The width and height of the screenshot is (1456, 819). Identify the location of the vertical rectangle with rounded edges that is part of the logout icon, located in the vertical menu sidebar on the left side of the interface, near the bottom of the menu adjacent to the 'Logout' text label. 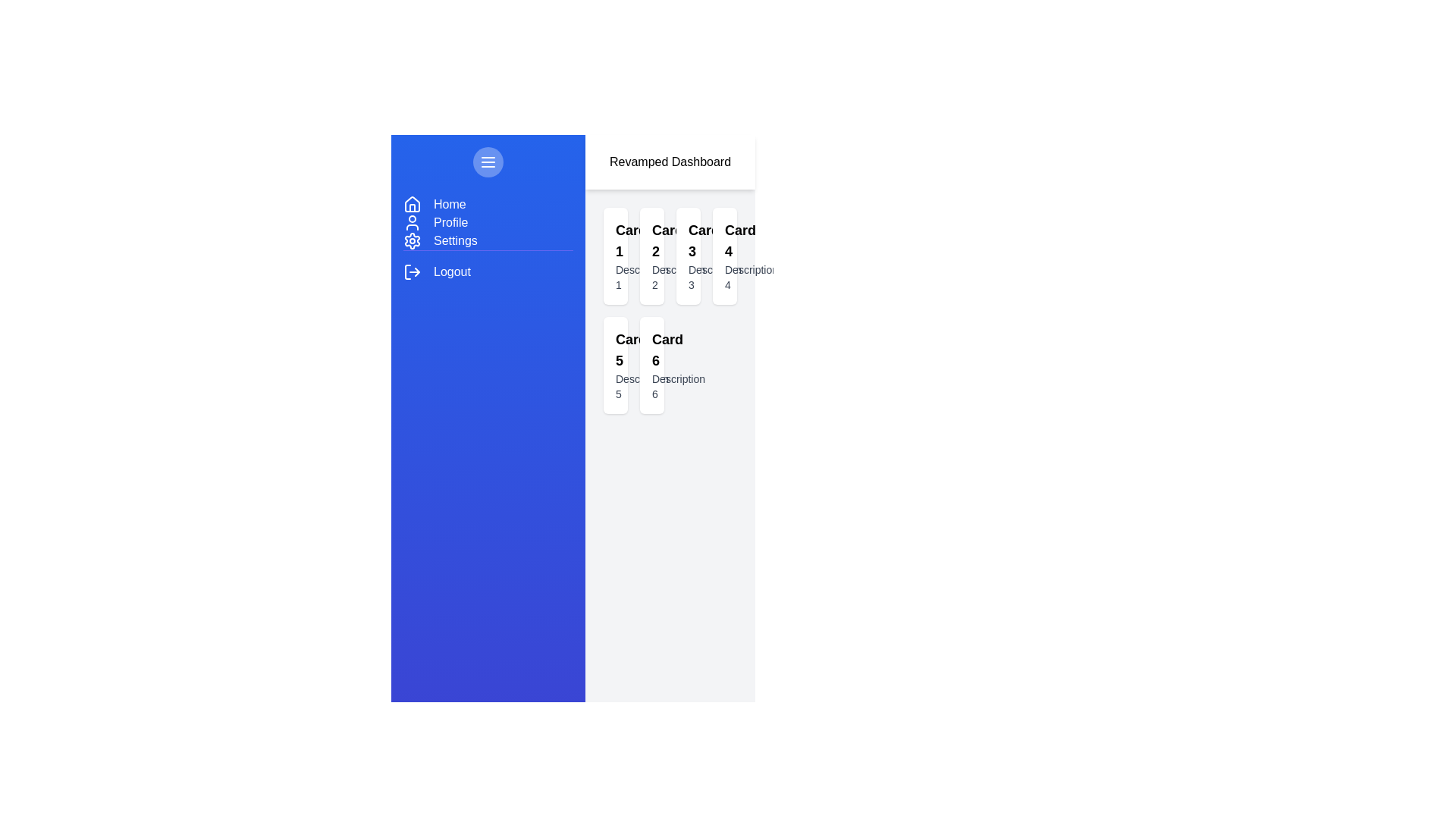
(407, 271).